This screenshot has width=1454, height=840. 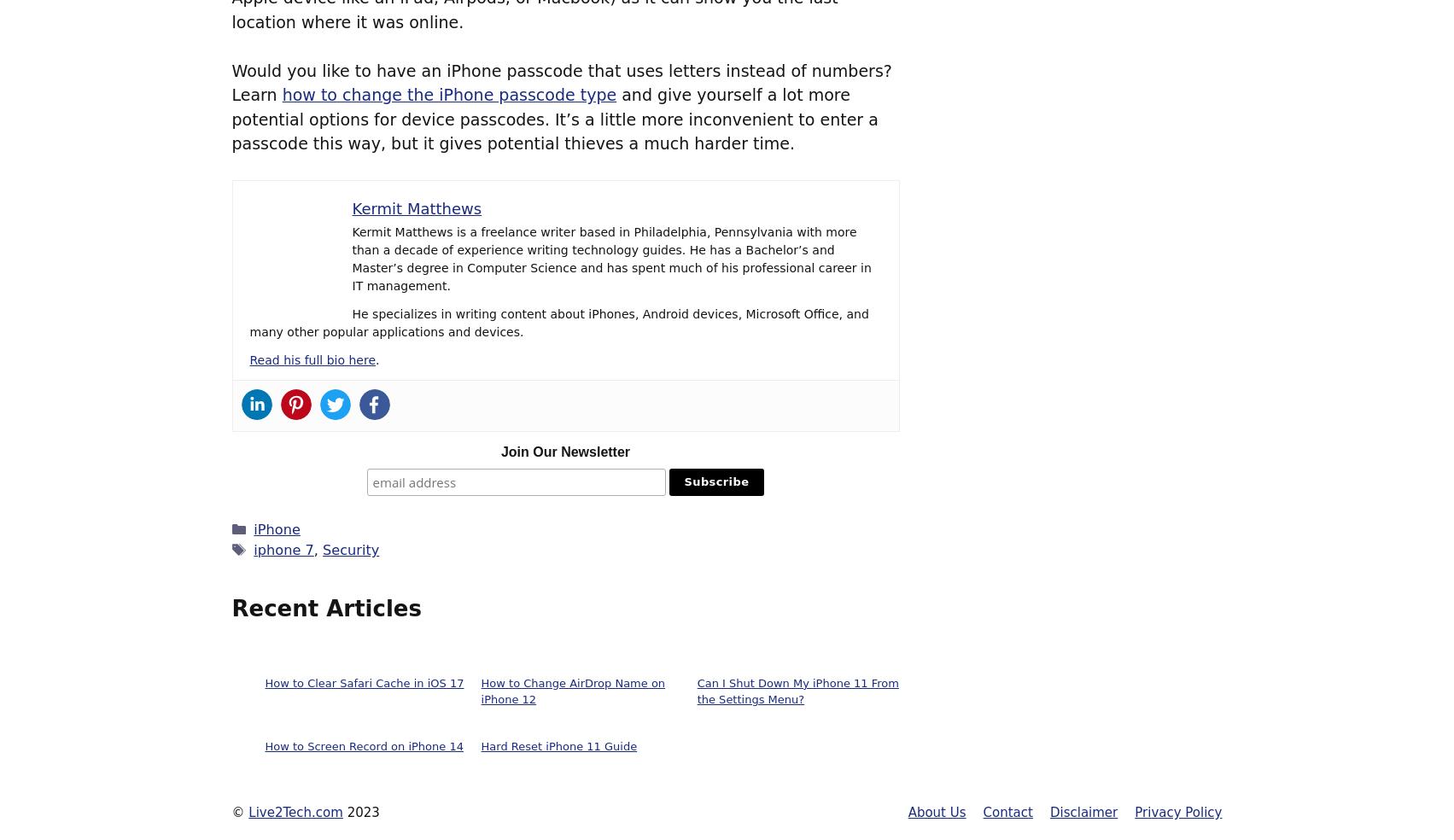 I want to click on '.', so click(x=377, y=360).